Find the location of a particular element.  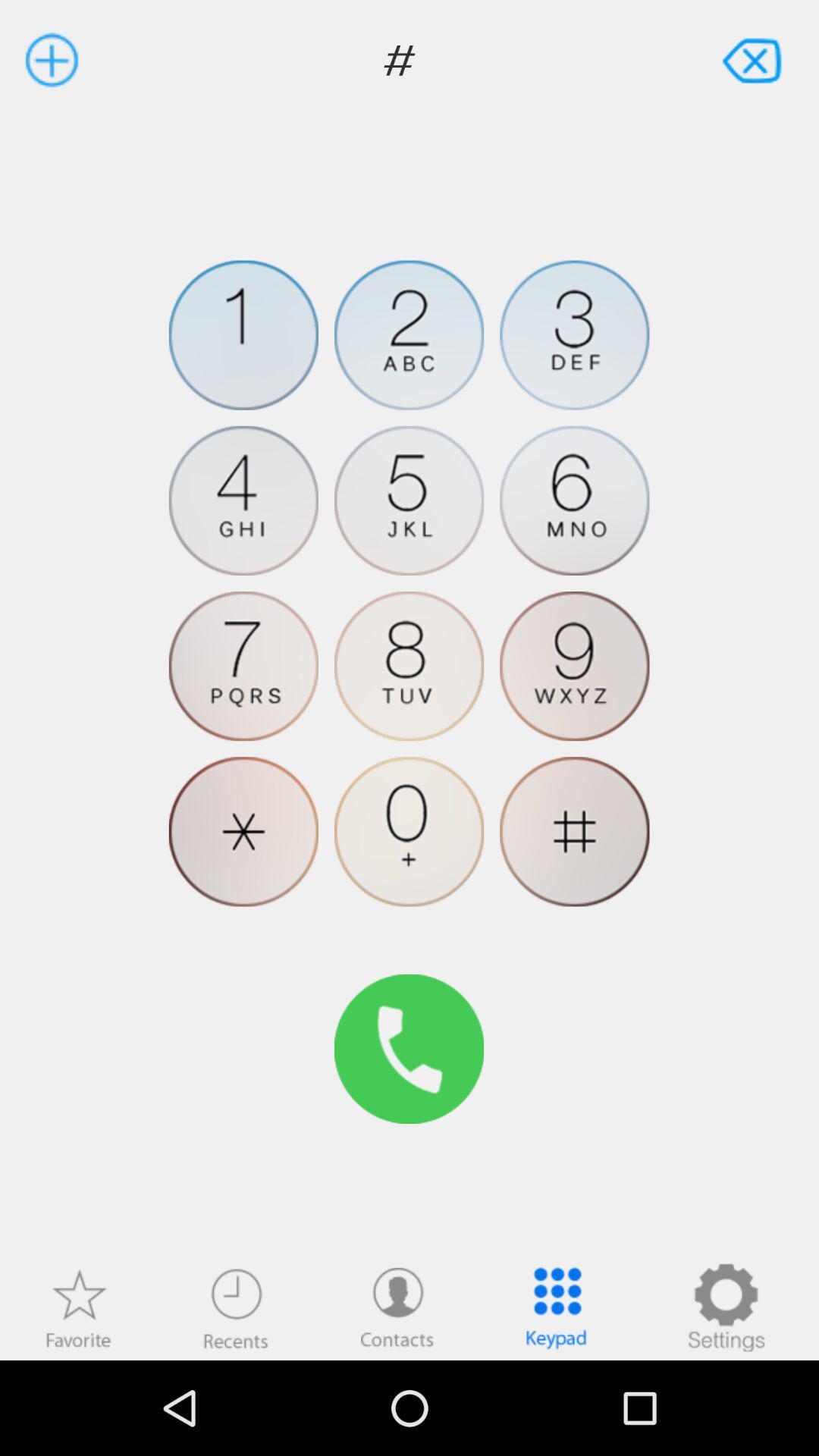

press number 3 is located at coordinates (574, 334).